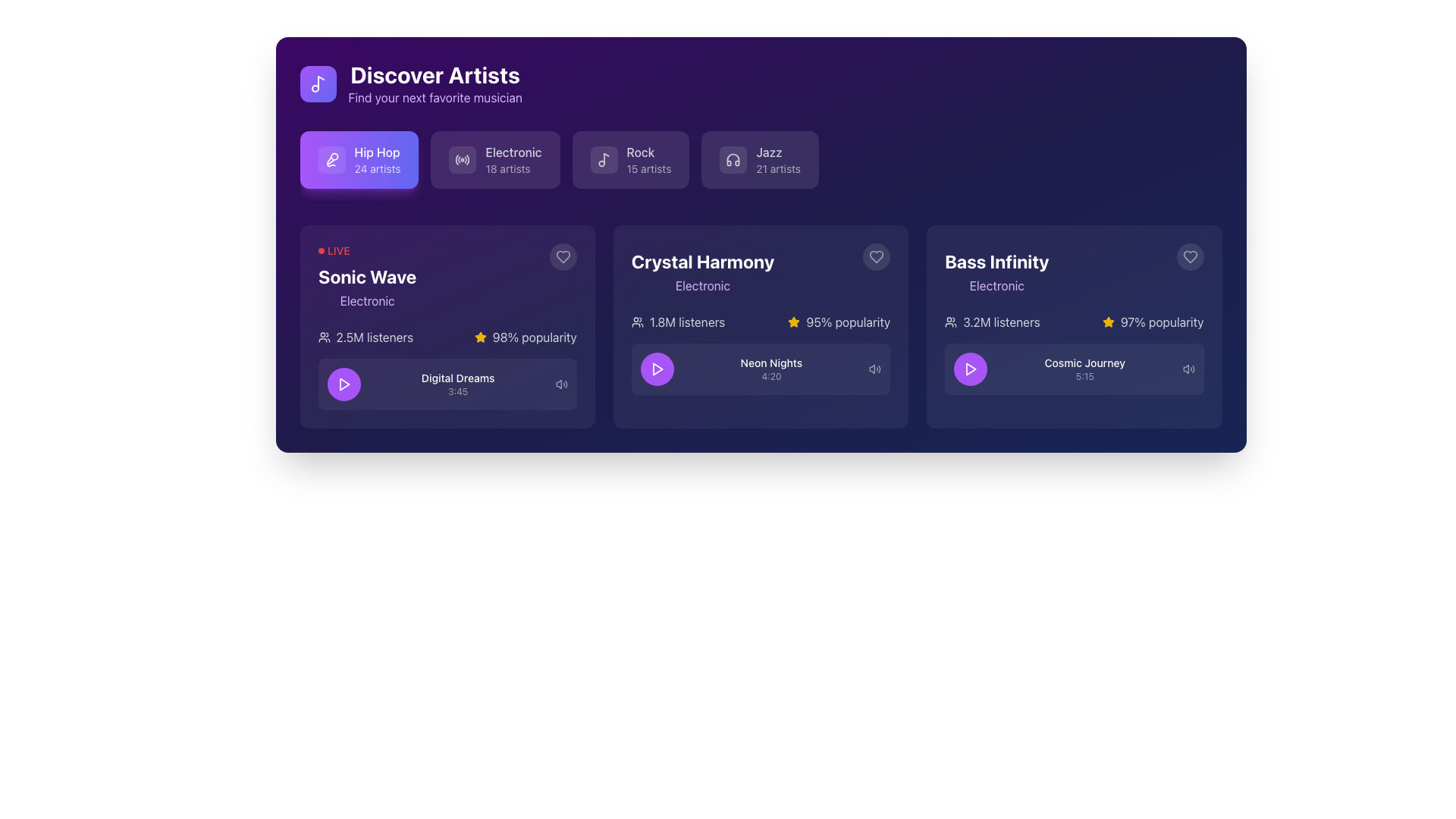 The height and width of the screenshot is (819, 1456). I want to click on the 'Hip Hop' text label, which is styled in bold white font against a purple background, located in the top left of the interface within the music genre categories, so click(378, 152).